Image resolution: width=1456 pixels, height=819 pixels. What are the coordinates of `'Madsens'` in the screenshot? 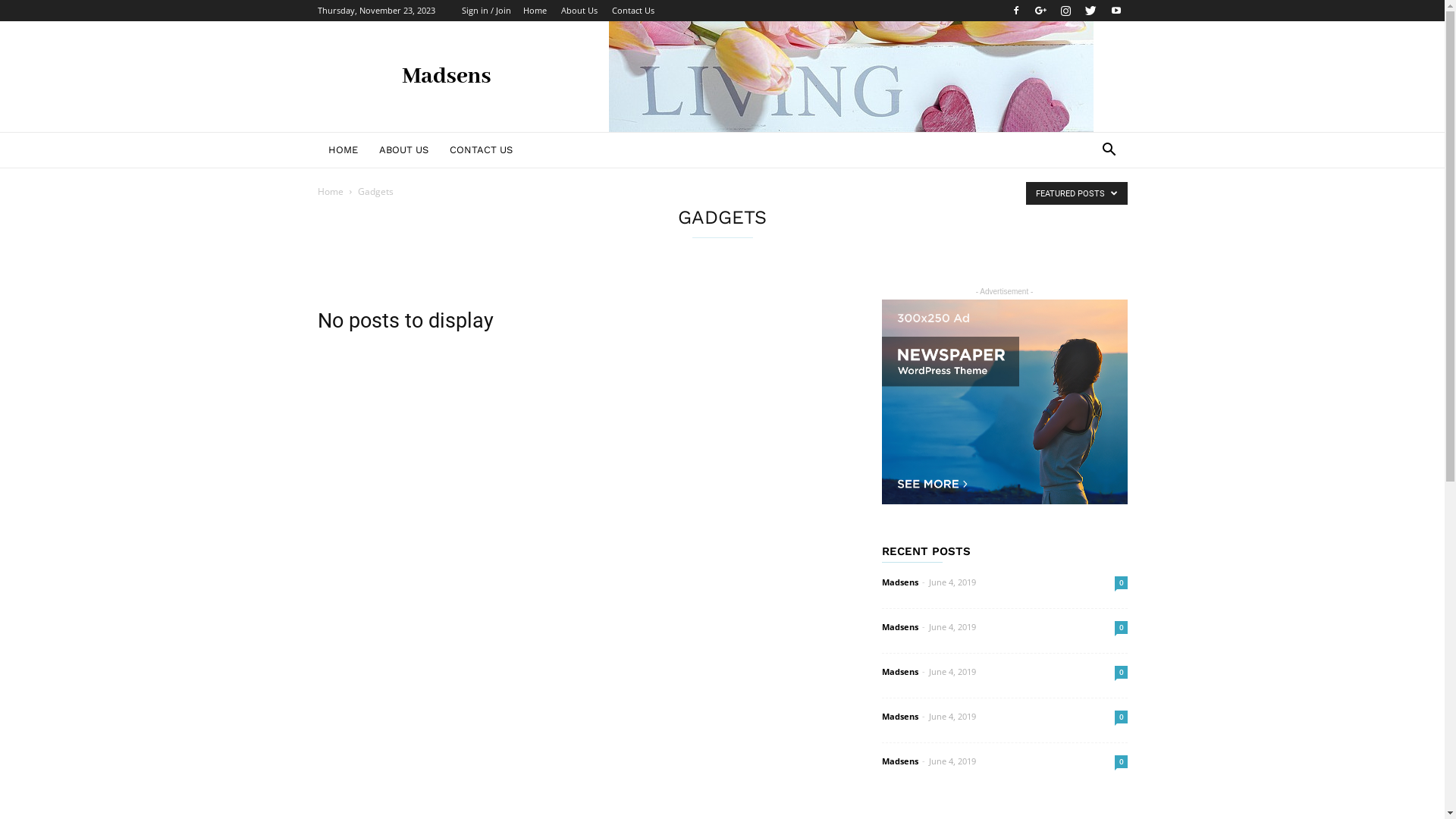 It's located at (899, 716).